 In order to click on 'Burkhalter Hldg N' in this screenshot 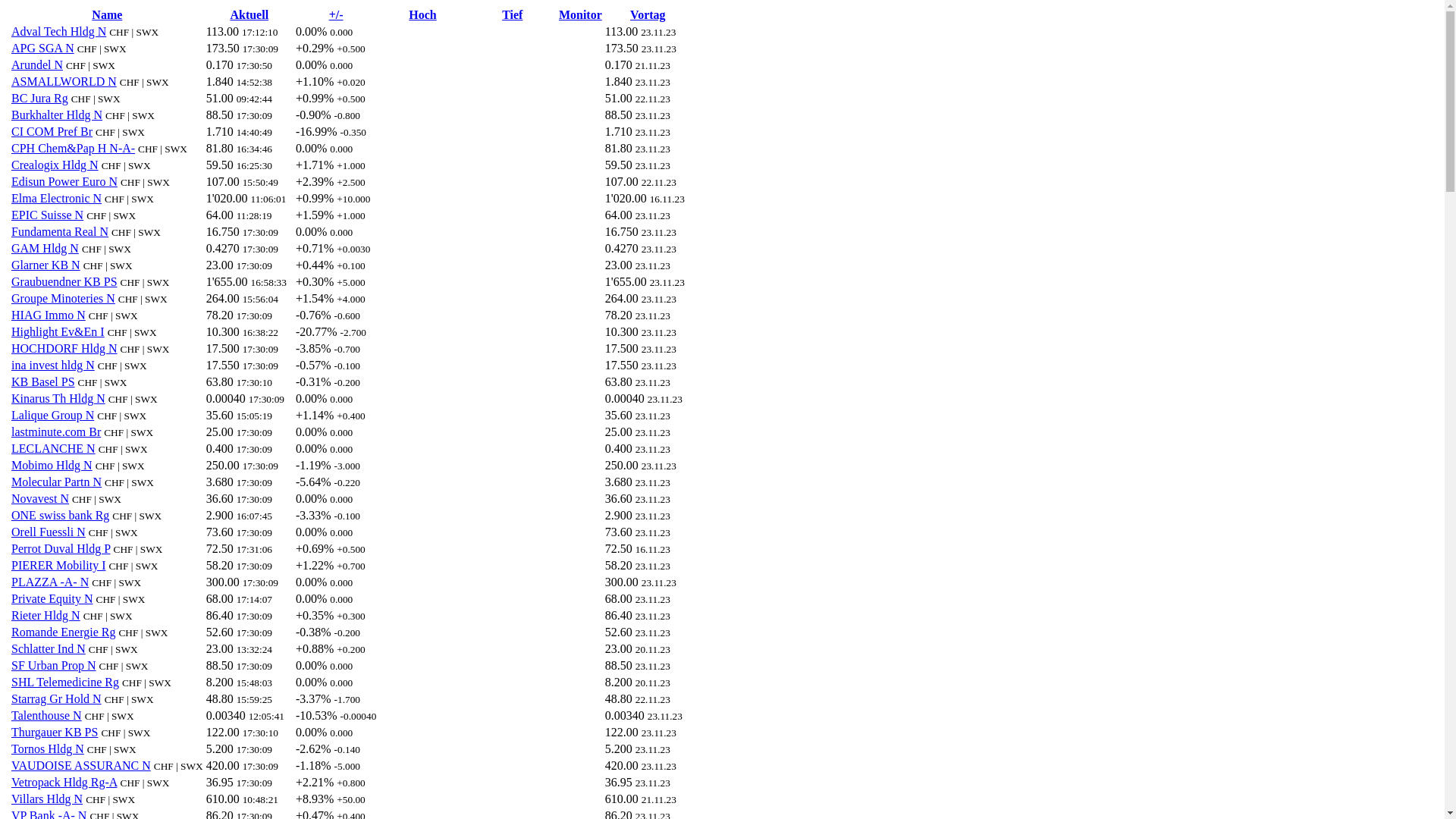, I will do `click(57, 114)`.